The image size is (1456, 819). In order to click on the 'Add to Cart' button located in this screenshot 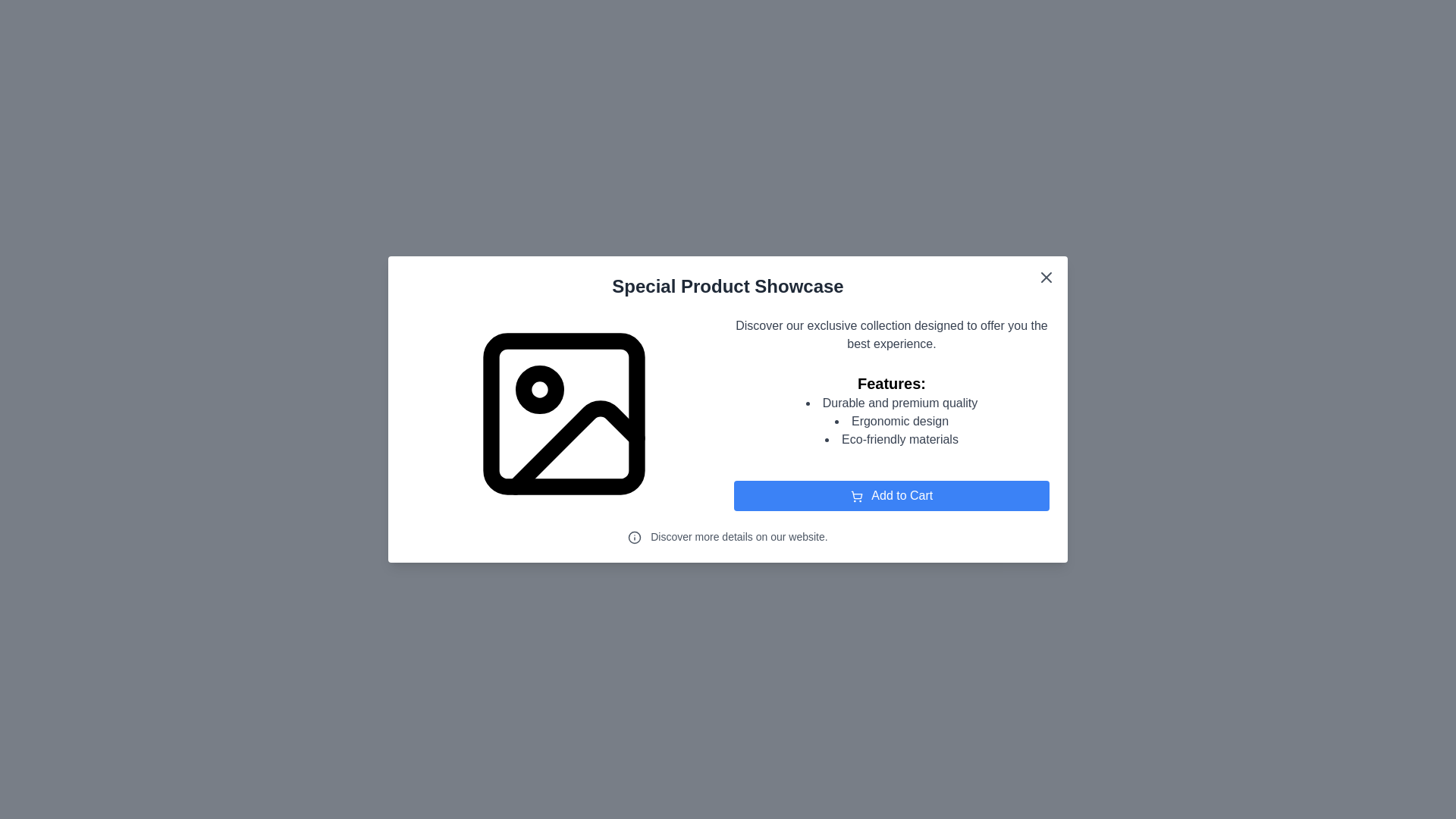, I will do `click(892, 494)`.